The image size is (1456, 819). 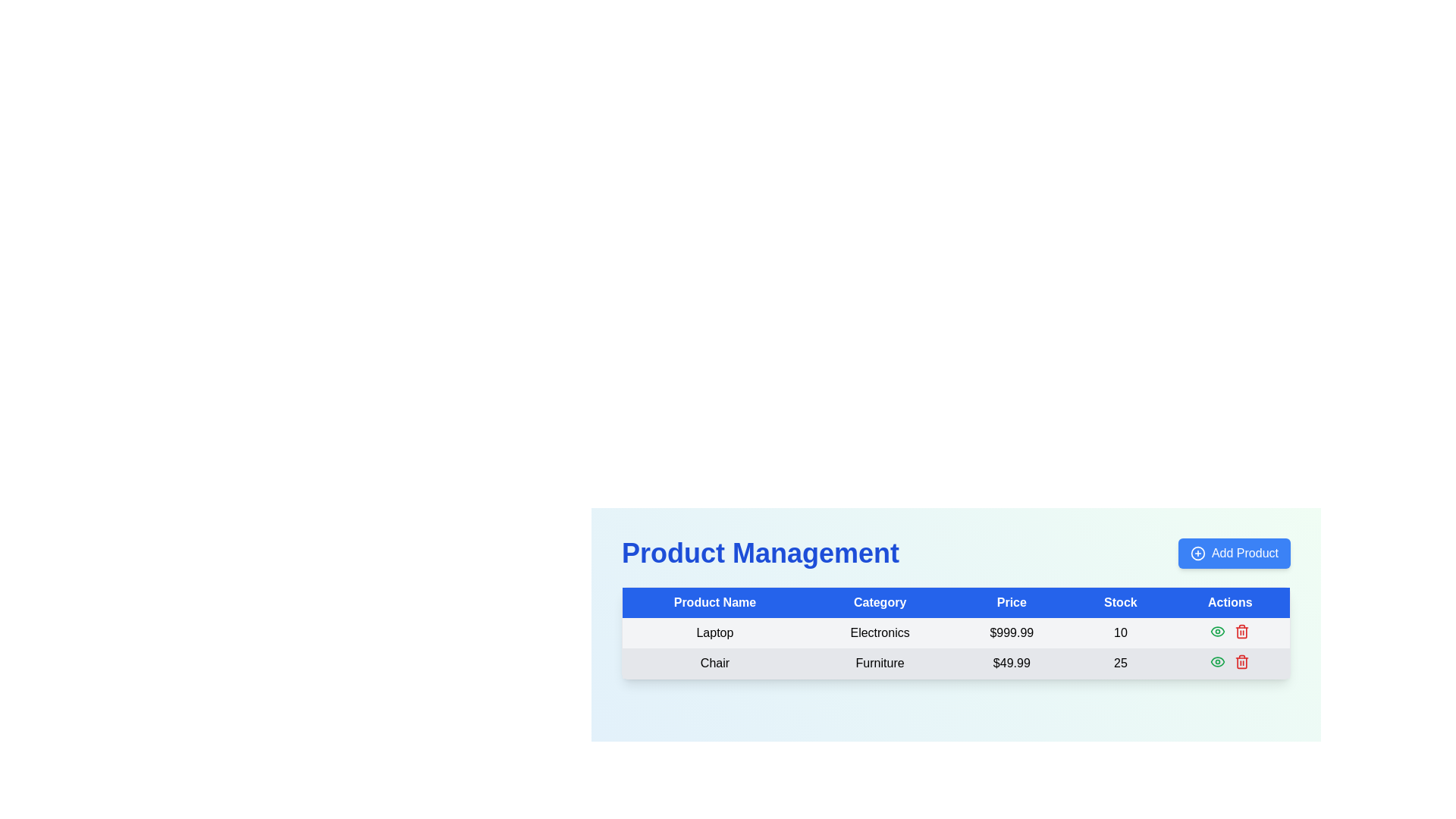 I want to click on the header label for the 'Stock' column in the table, which is the fourth column from the left, positioned towards the center-right of the table, so click(x=1120, y=601).